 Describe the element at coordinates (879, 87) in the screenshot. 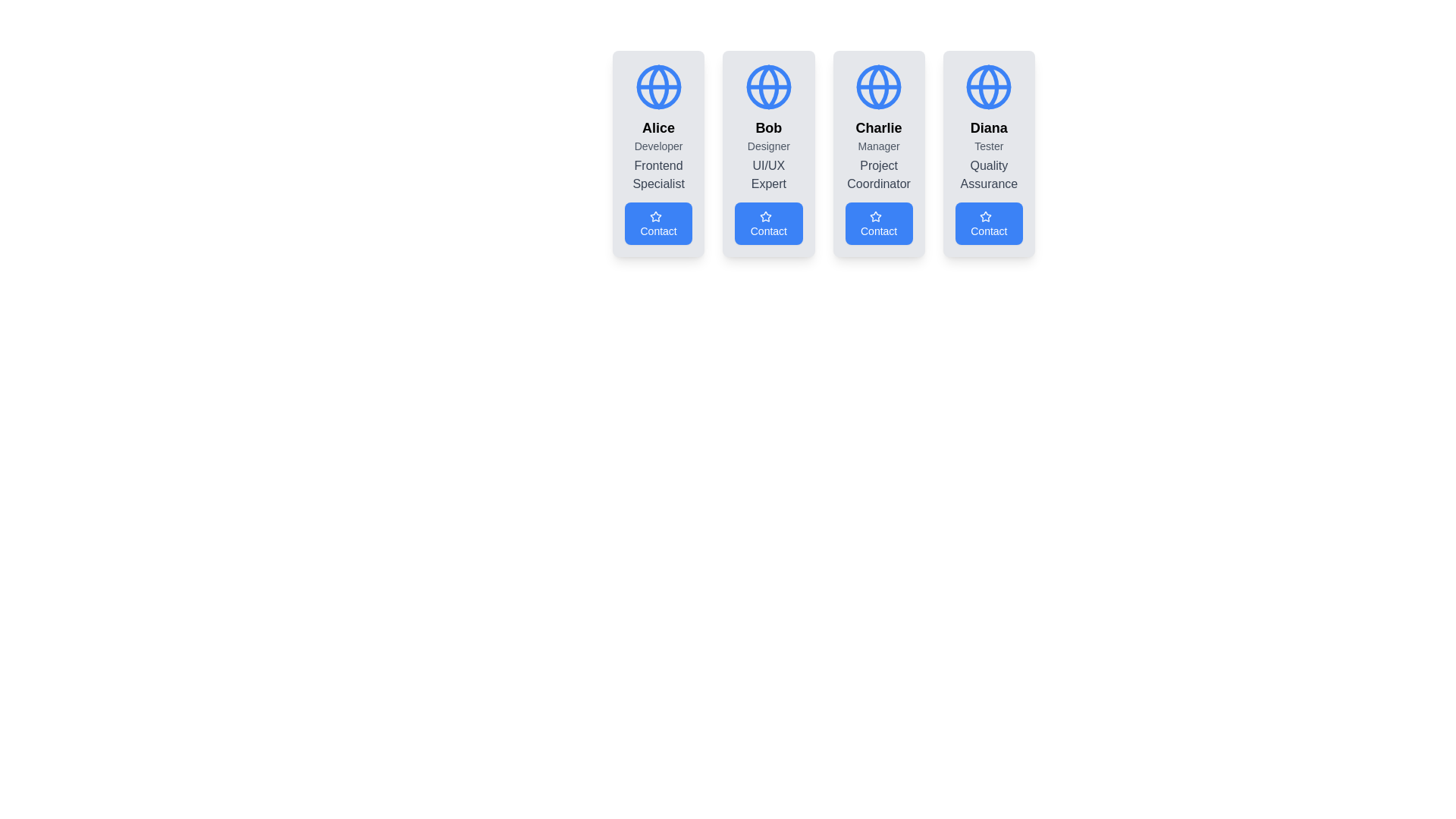

I see `the SVG circle graphic within the globe icon of Charlie's card, which is the third card from the left` at that location.